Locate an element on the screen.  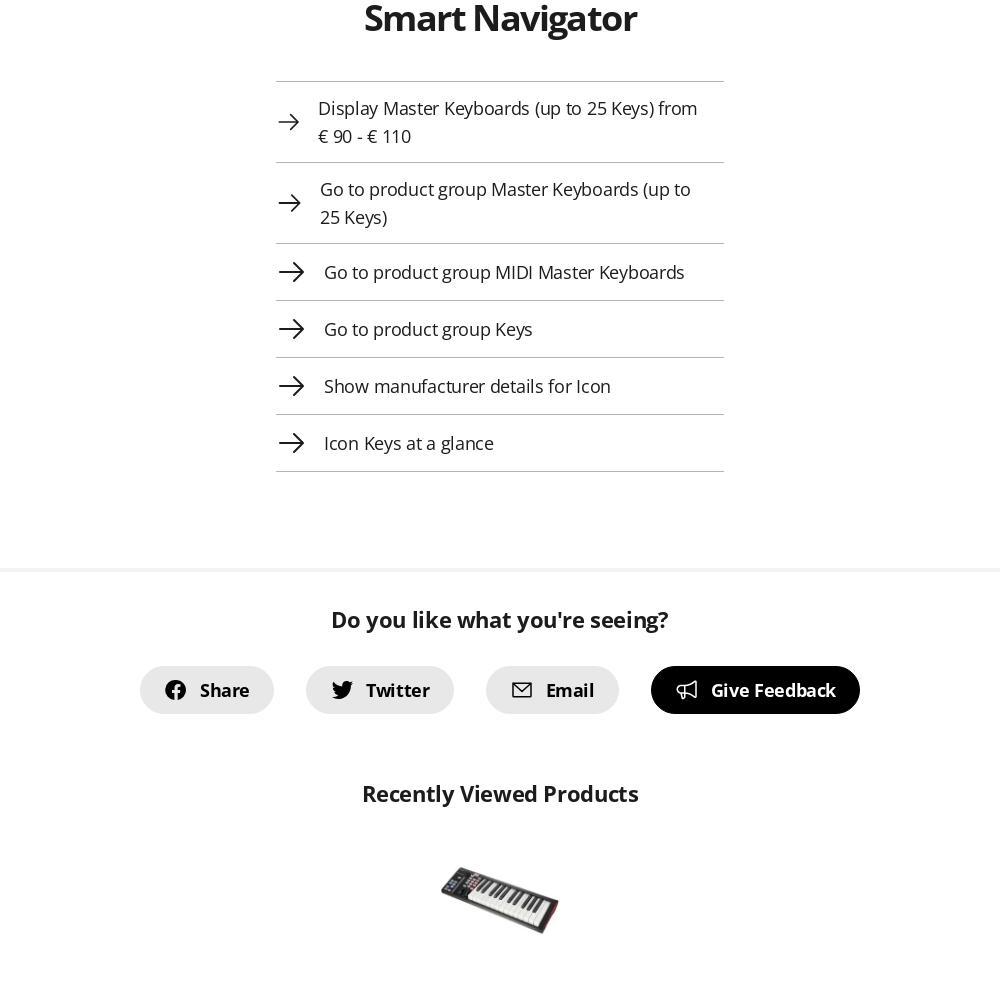
'Share' is located at coordinates (223, 690).